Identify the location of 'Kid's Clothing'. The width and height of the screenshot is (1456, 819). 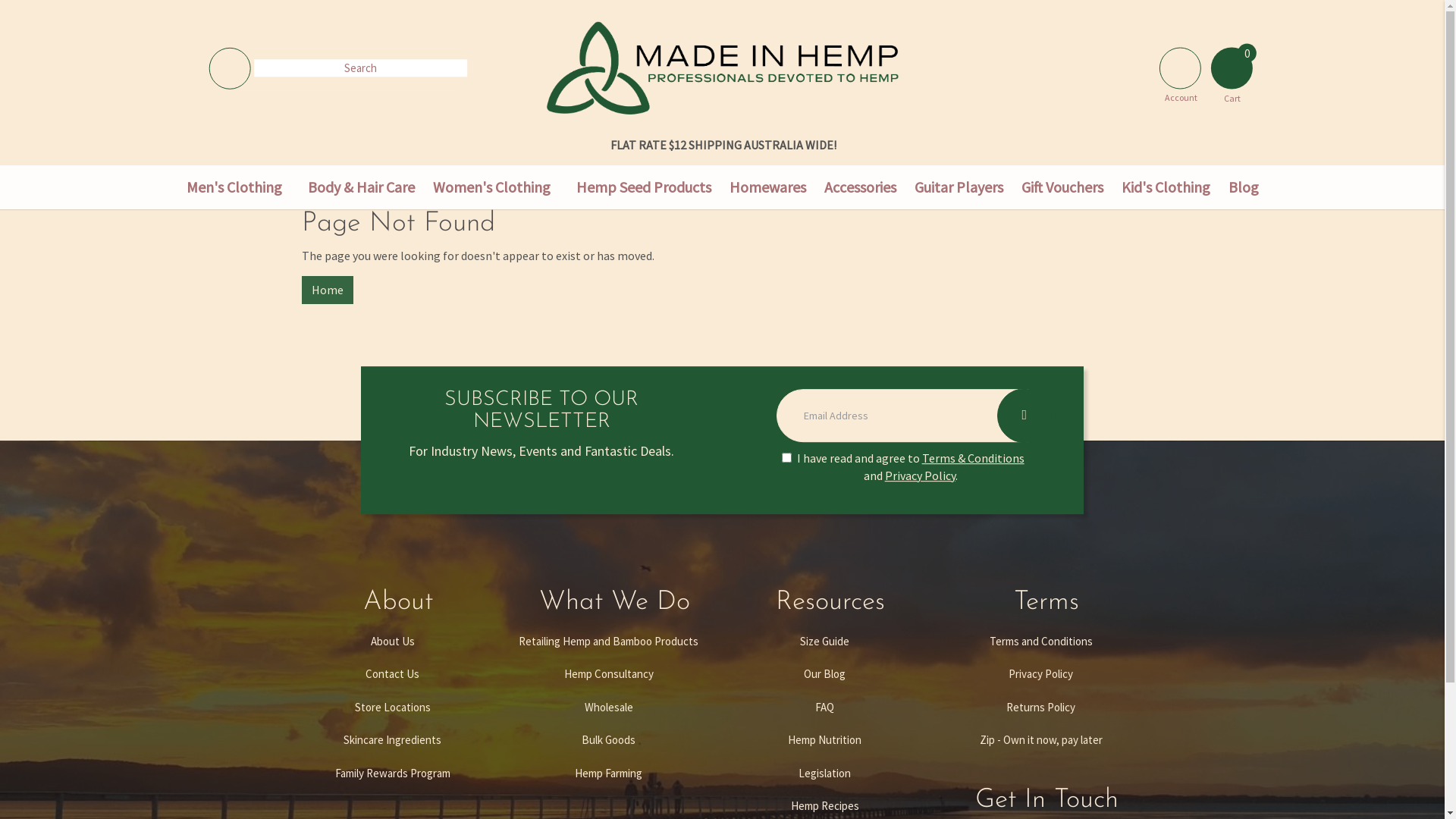
(1164, 187).